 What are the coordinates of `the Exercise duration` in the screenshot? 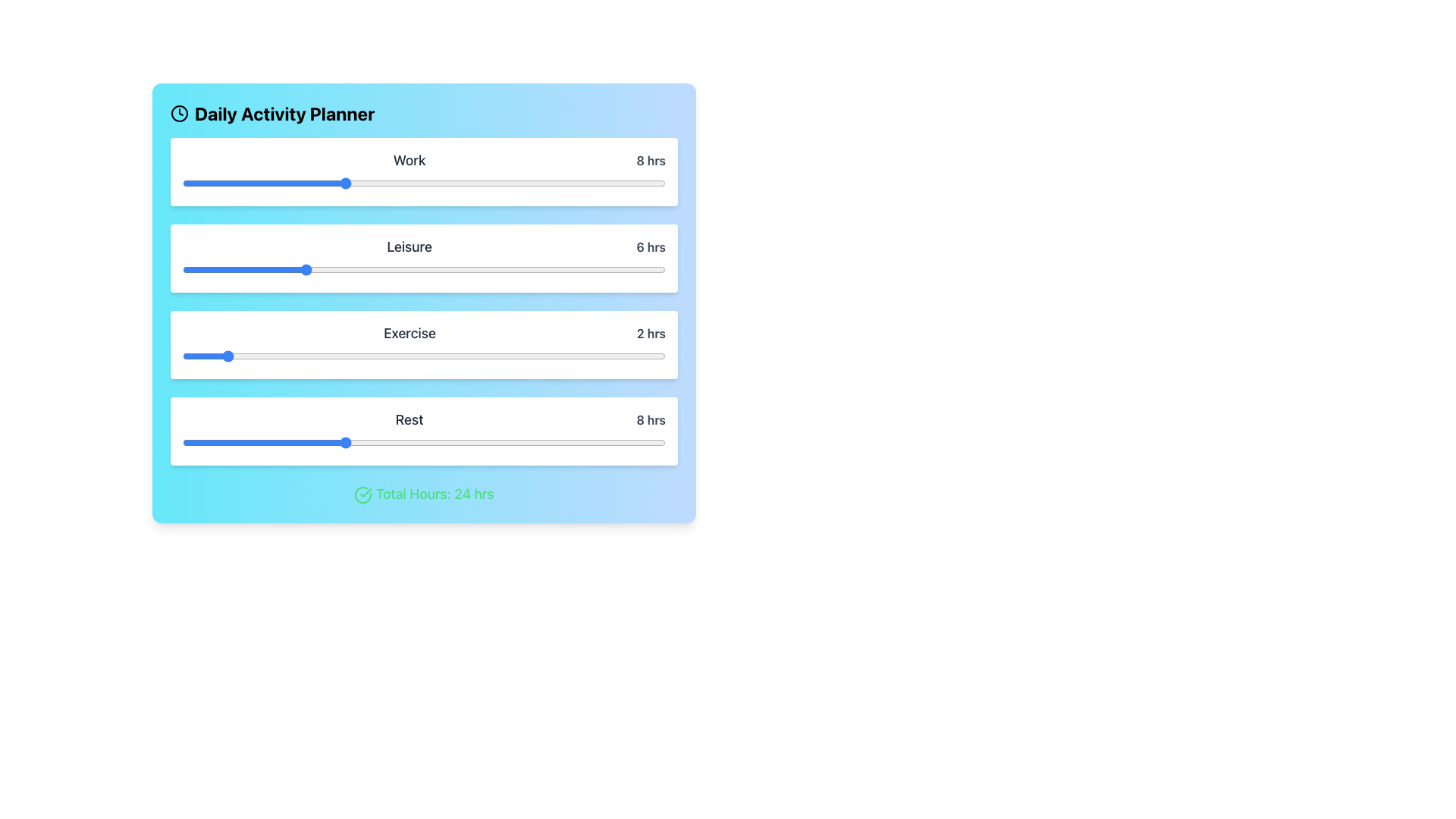 It's located at (463, 356).